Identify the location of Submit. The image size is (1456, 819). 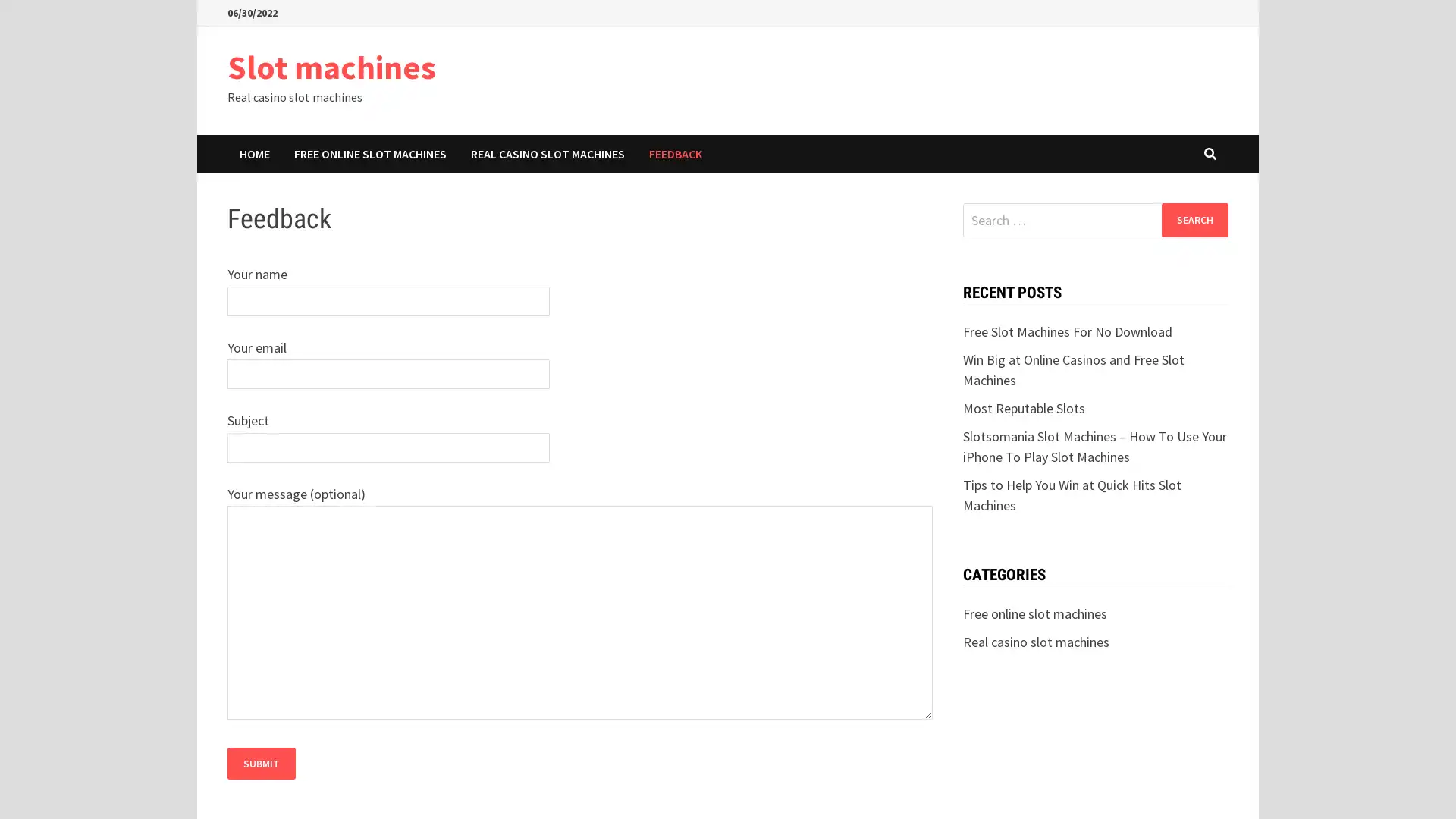
(262, 763).